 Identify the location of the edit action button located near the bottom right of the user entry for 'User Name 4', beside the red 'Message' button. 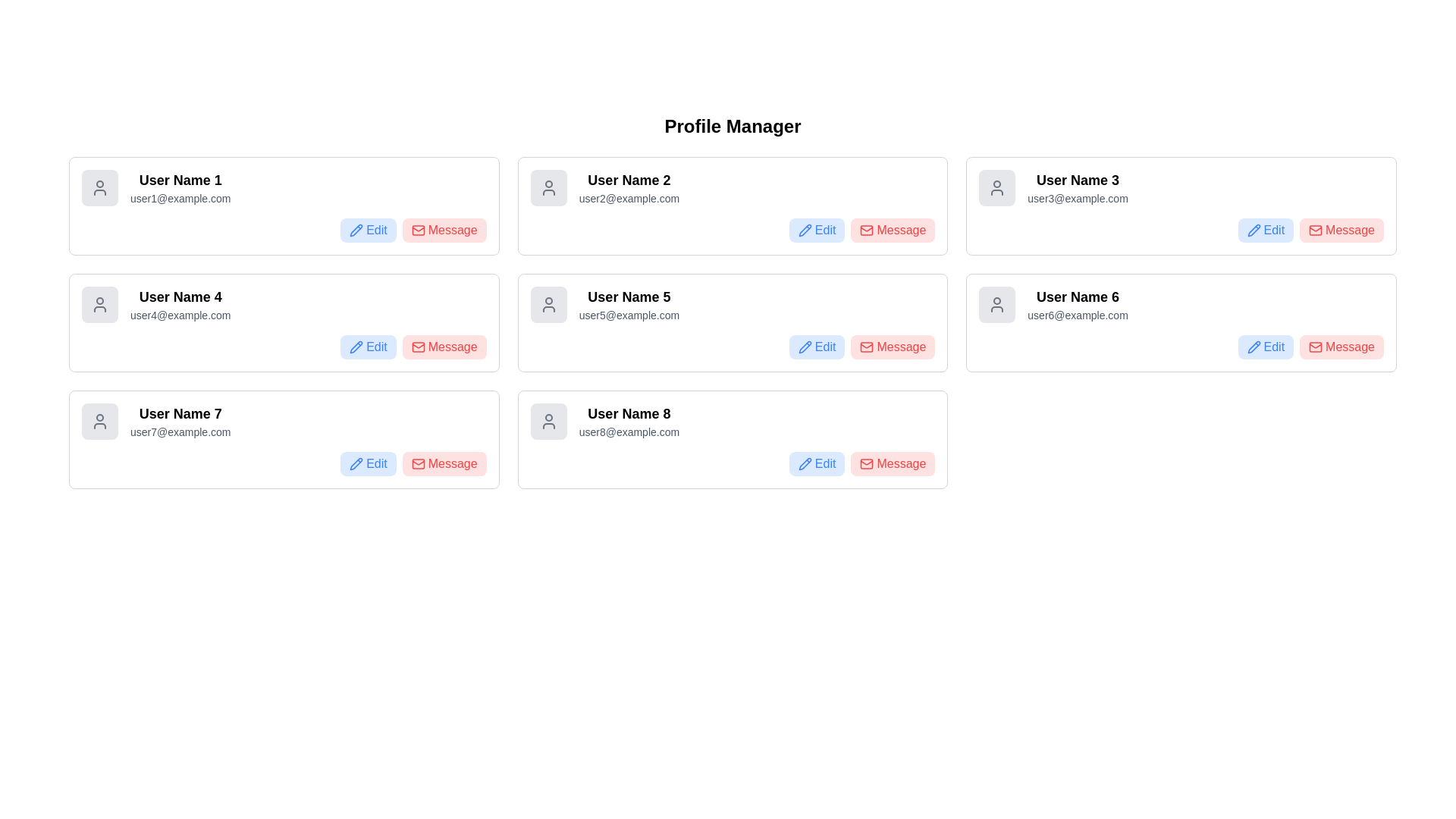
(376, 347).